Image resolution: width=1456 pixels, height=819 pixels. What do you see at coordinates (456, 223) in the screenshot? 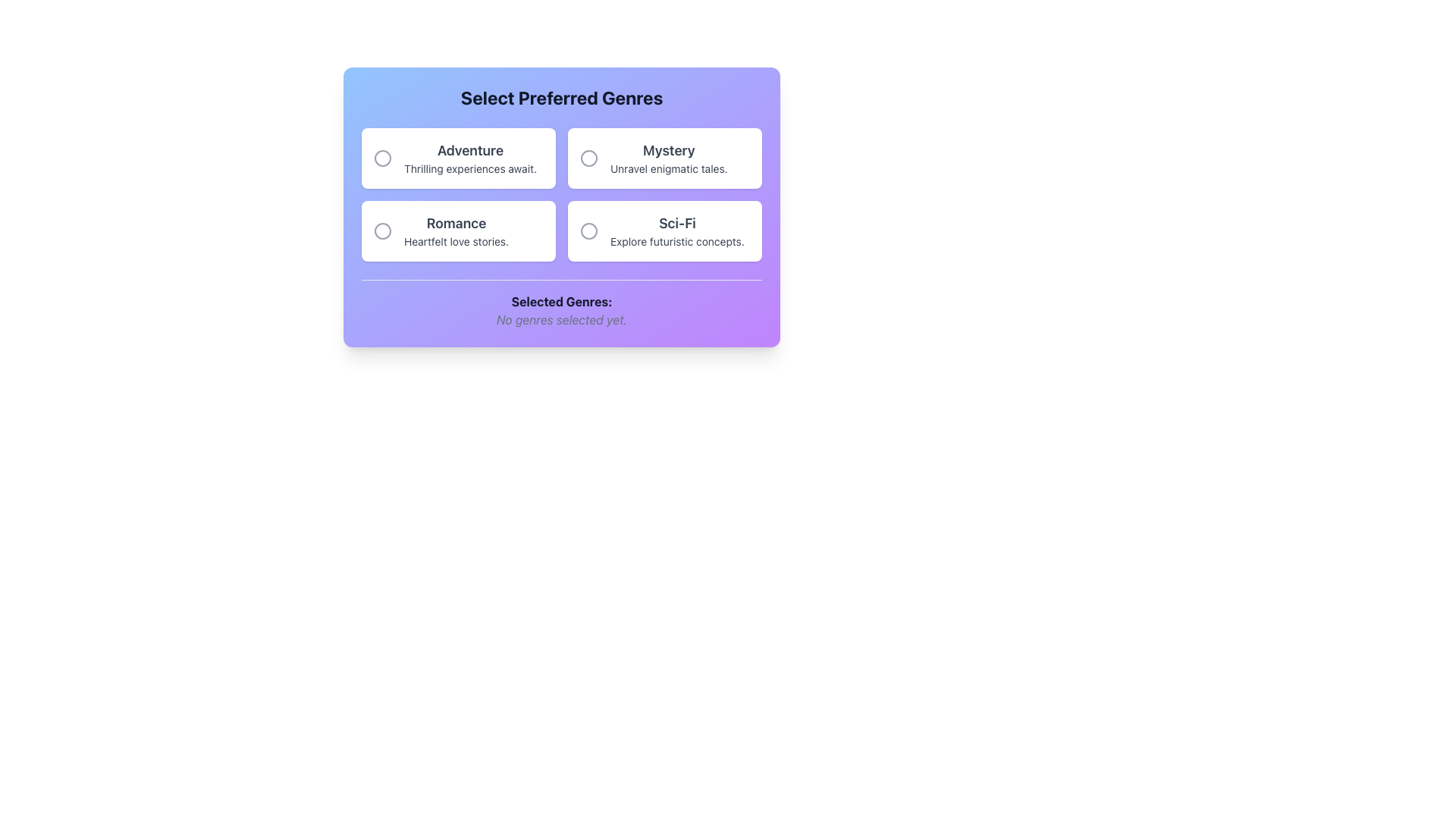
I see `the 'Romance' text label which is styled in bold and larger font, located in the first column of the second row within a genre selection panel` at bounding box center [456, 223].